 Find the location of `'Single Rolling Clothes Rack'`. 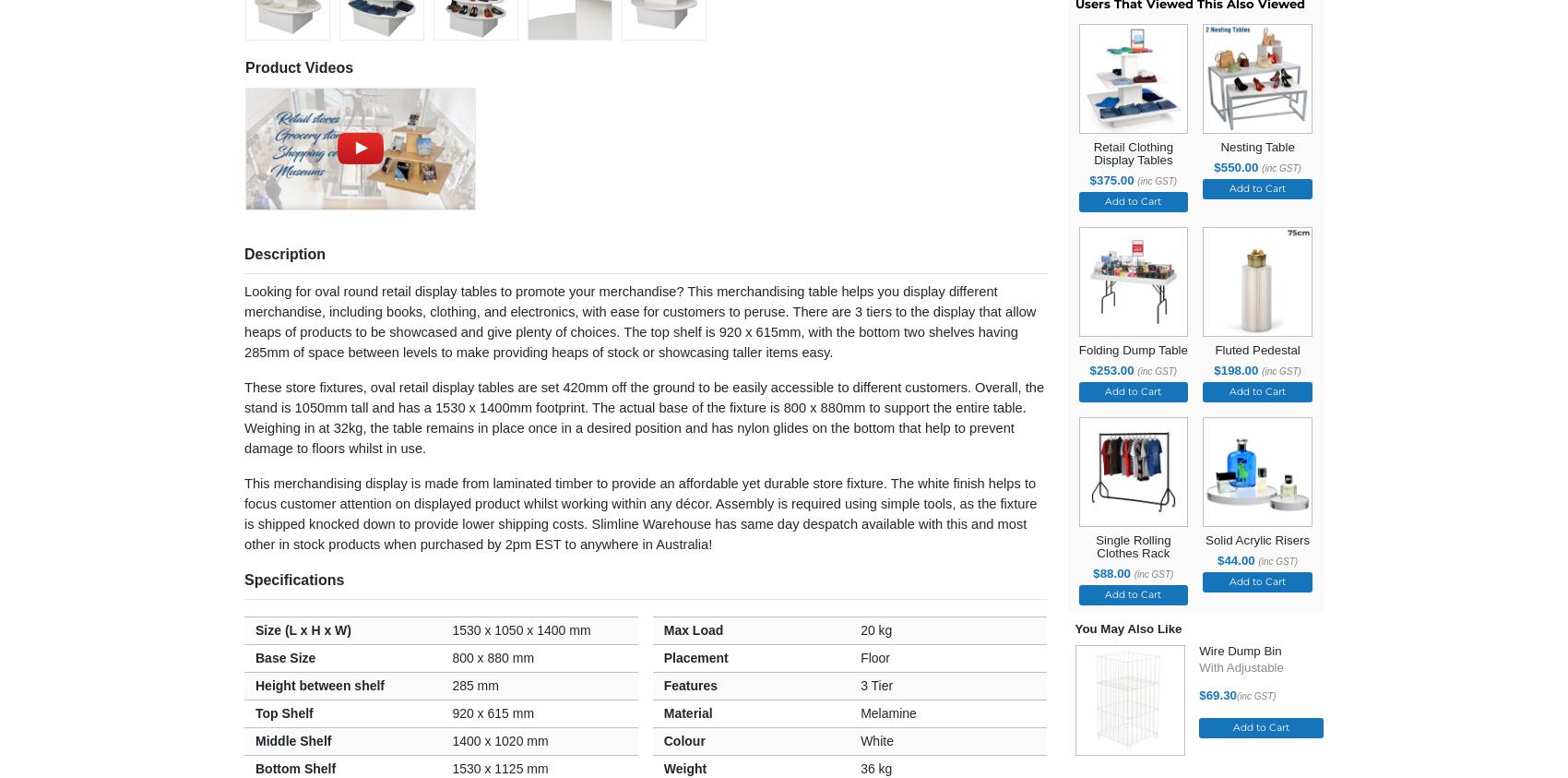

'Single Rolling Clothes Rack' is located at coordinates (1132, 545).